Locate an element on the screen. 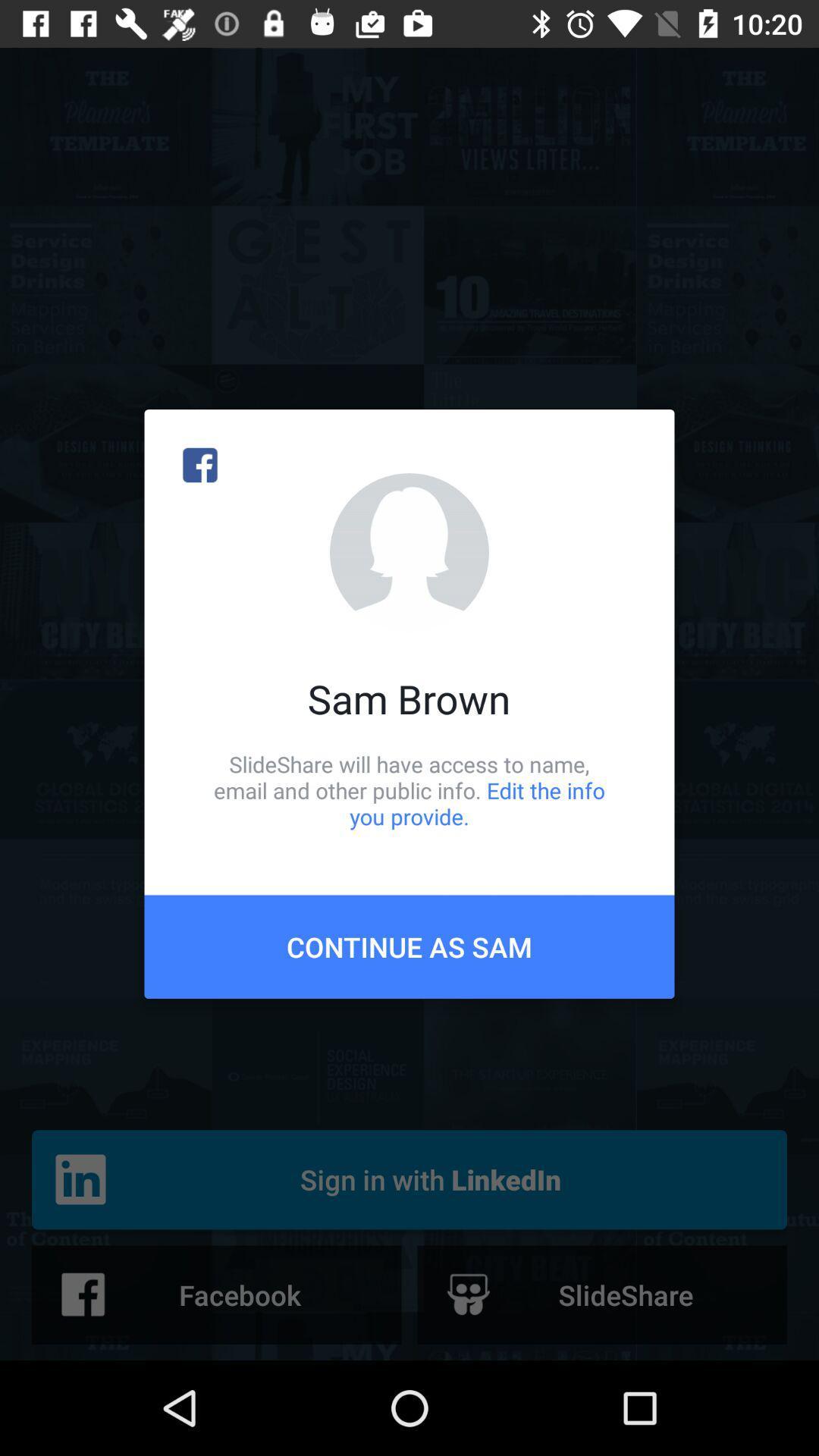 This screenshot has width=819, height=1456. slideshare will have is located at coordinates (409, 789).